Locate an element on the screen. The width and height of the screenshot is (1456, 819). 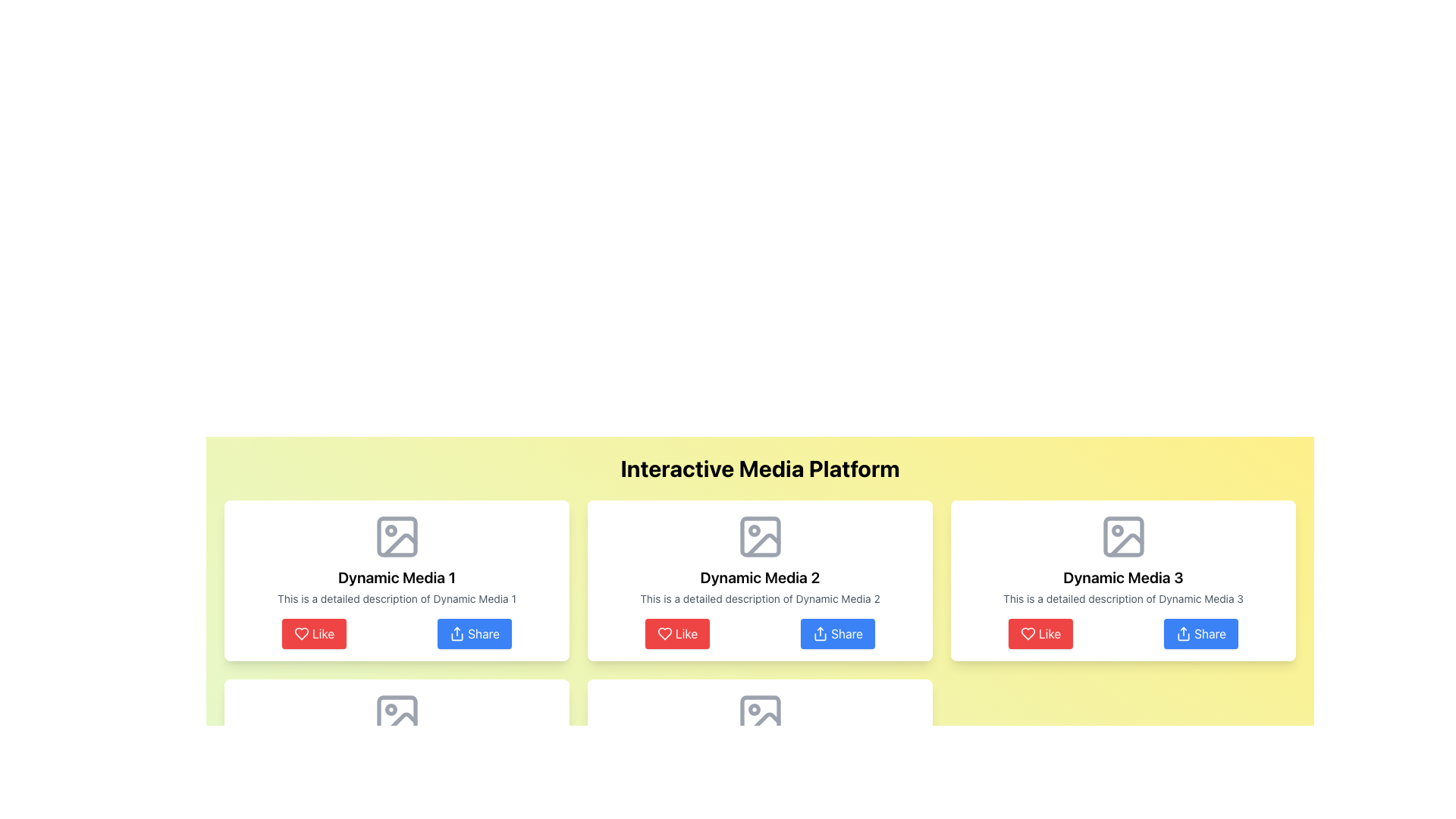
descriptive text element located beneath the title 'Dynamic Media 2' in the central column of the card layout is located at coordinates (760, 598).